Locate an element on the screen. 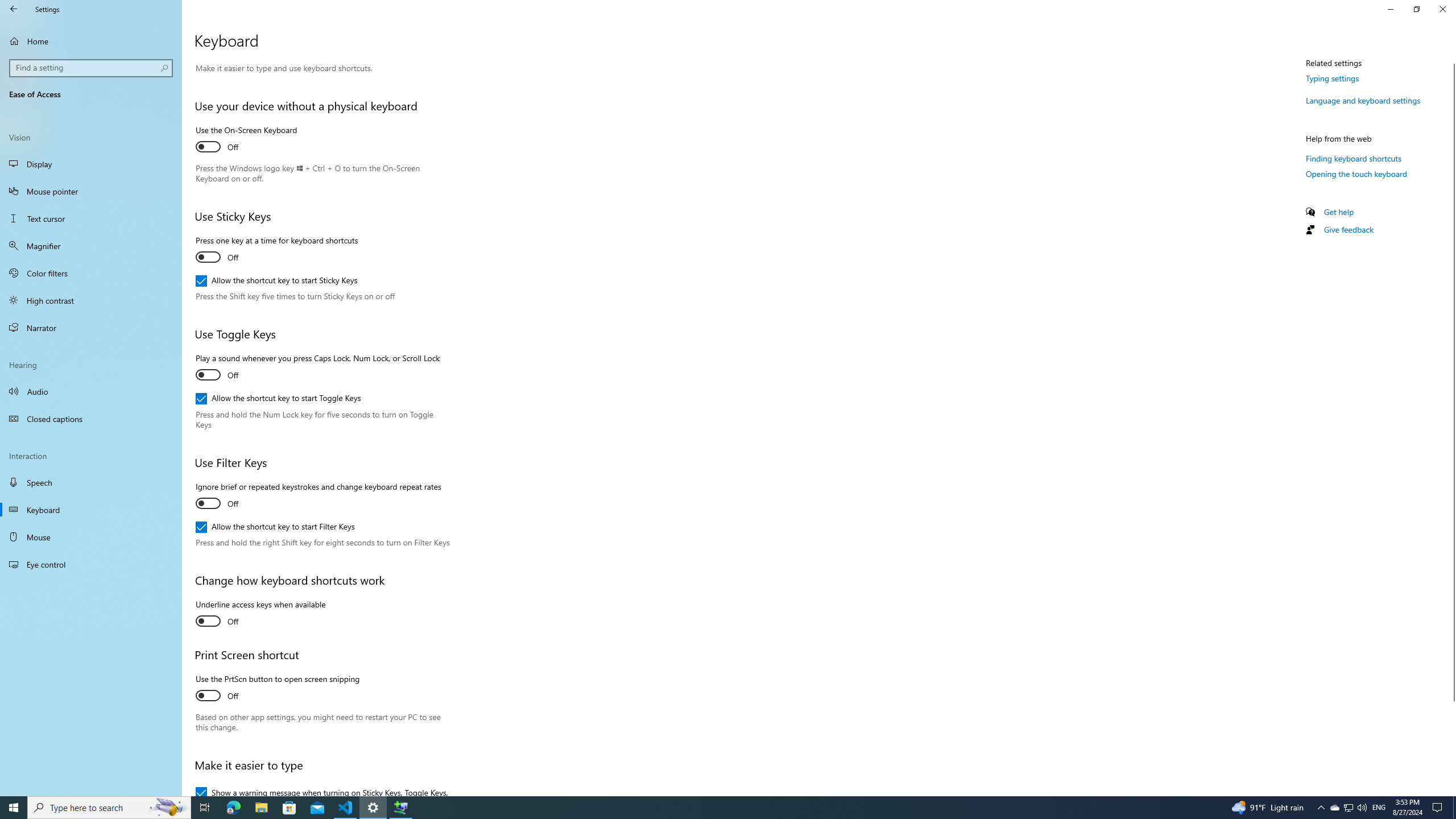 The image size is (1456, 819). 'Restore Settings' is located at coordinates (1416, 9).